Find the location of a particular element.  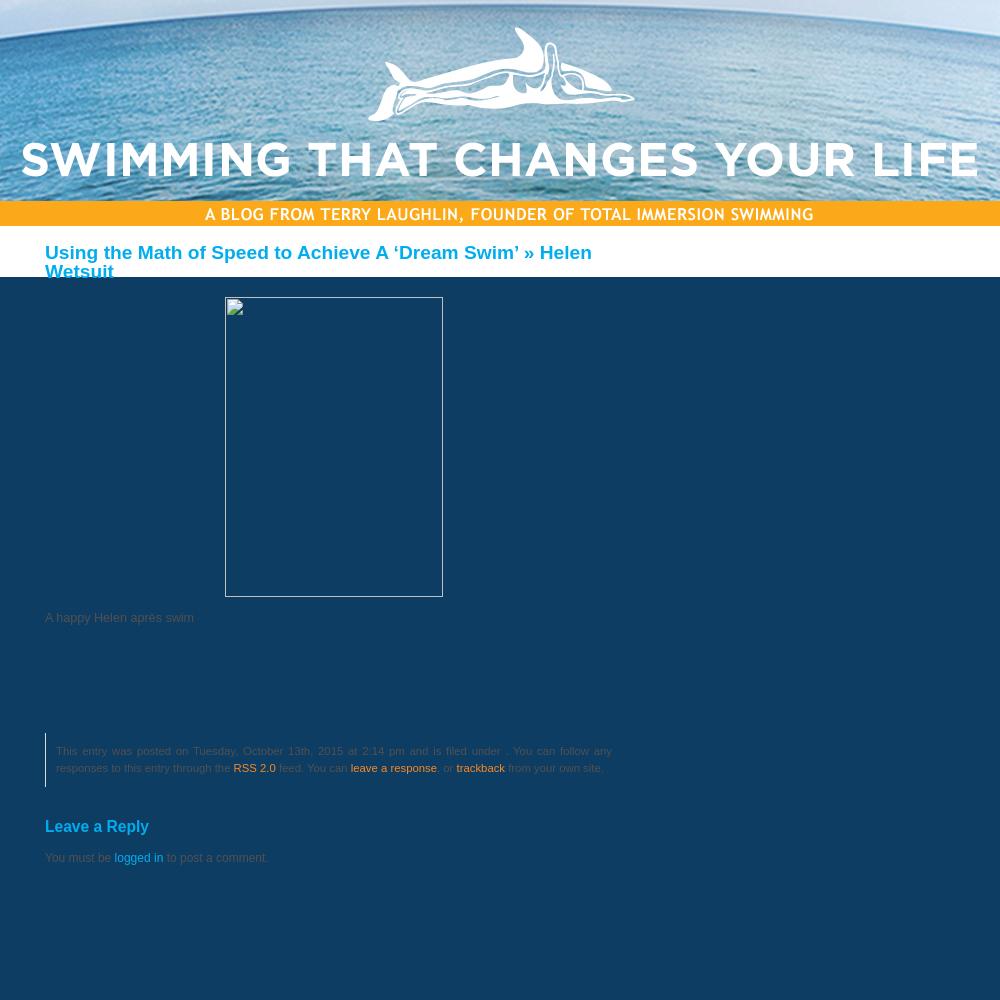

'This entry was posted on Tuesday, October 13th, 2015 at 2:14 pm						and is filed under .
												You can follow any responses to this entry through the' is located at coordinates (333, 759).